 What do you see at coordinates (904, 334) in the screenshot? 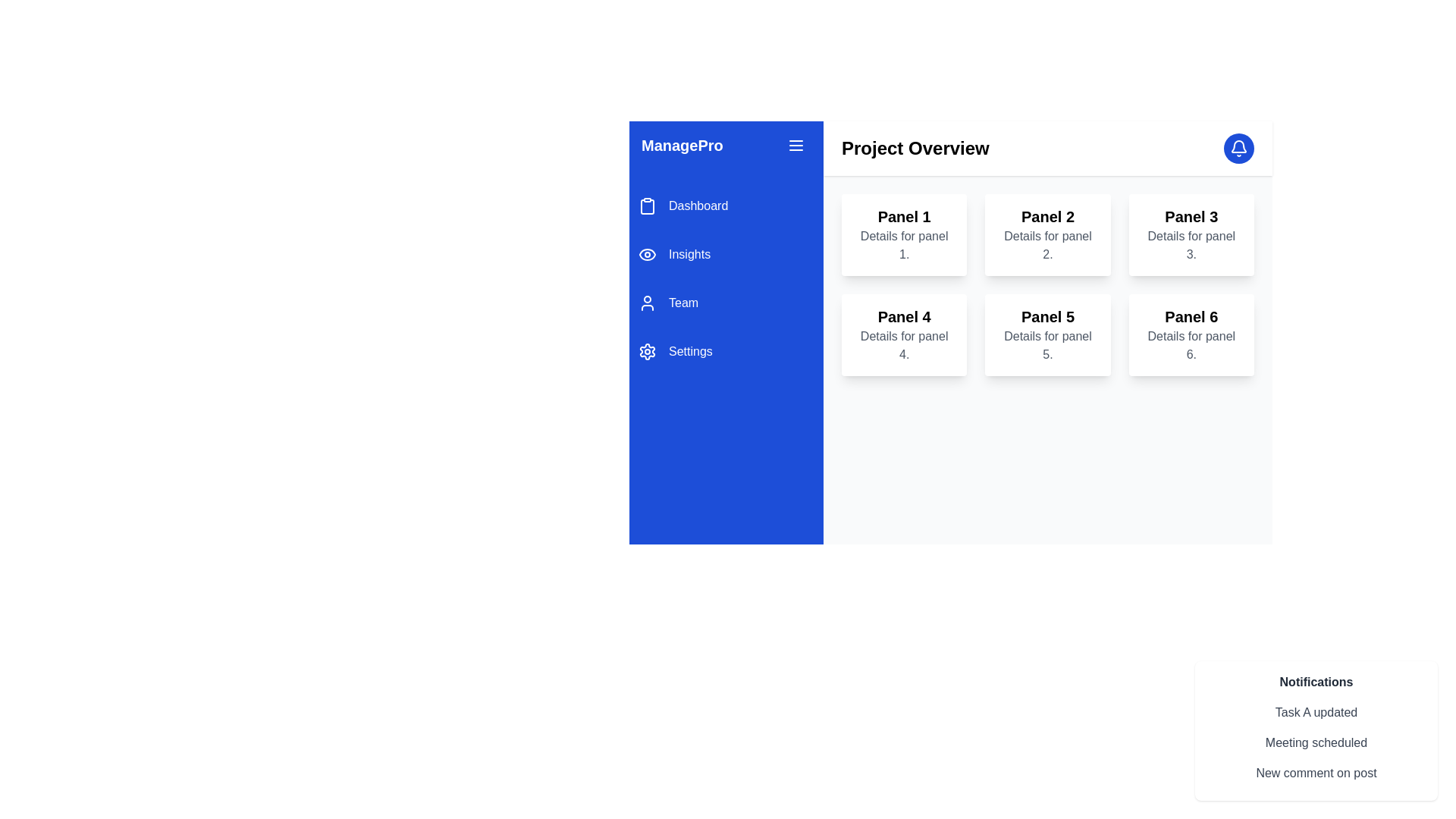
I see `on the 'Panel 4' text card element, which is the fourth card in a grid layout, styled in white with rounded corners and containing the text 'Panel 4' and 'Details for panel 4.'` at bounding box center [904, 334].